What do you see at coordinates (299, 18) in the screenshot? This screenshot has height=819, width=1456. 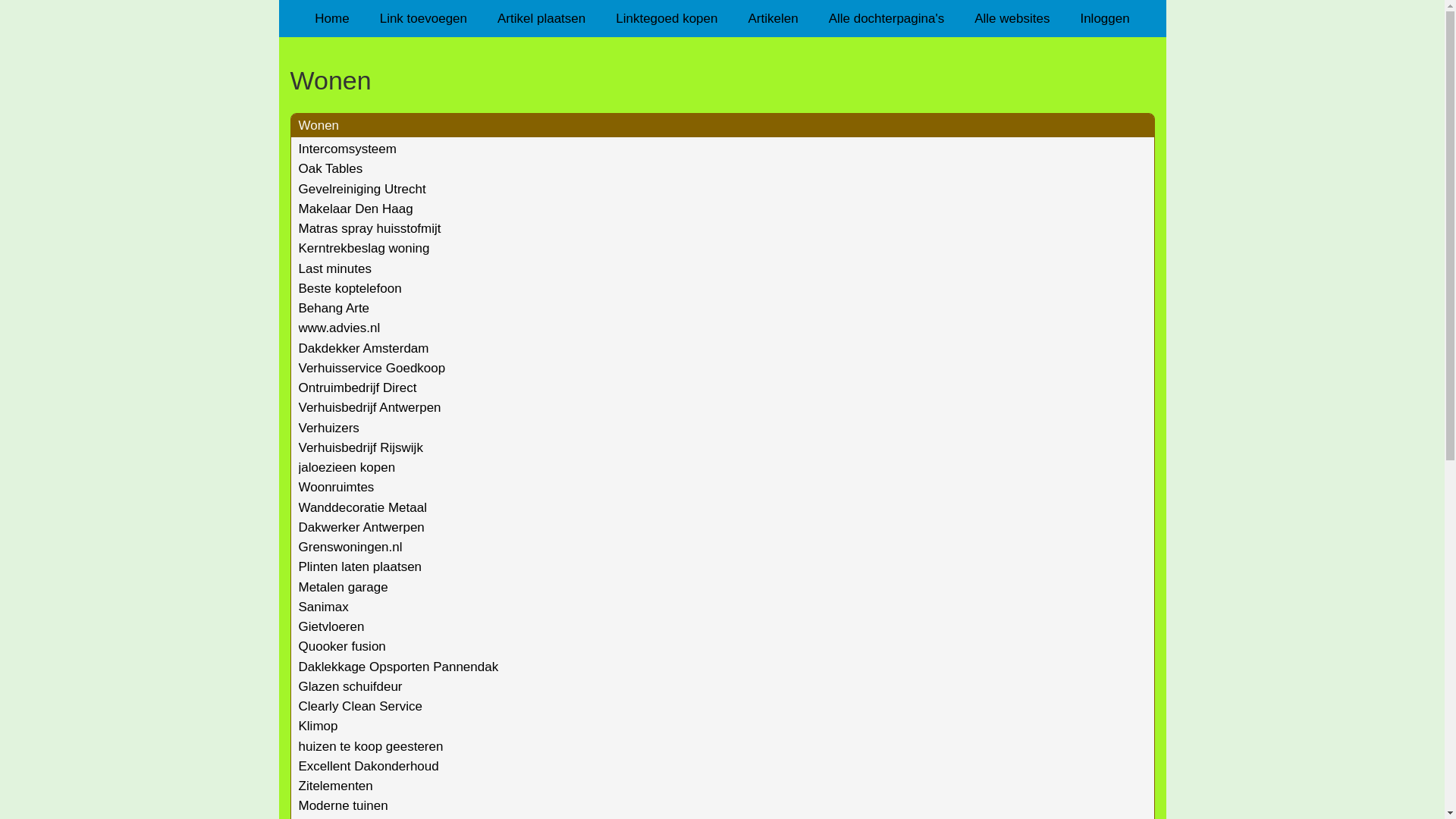 I see `'Home'` at bounding box center [299, 18].